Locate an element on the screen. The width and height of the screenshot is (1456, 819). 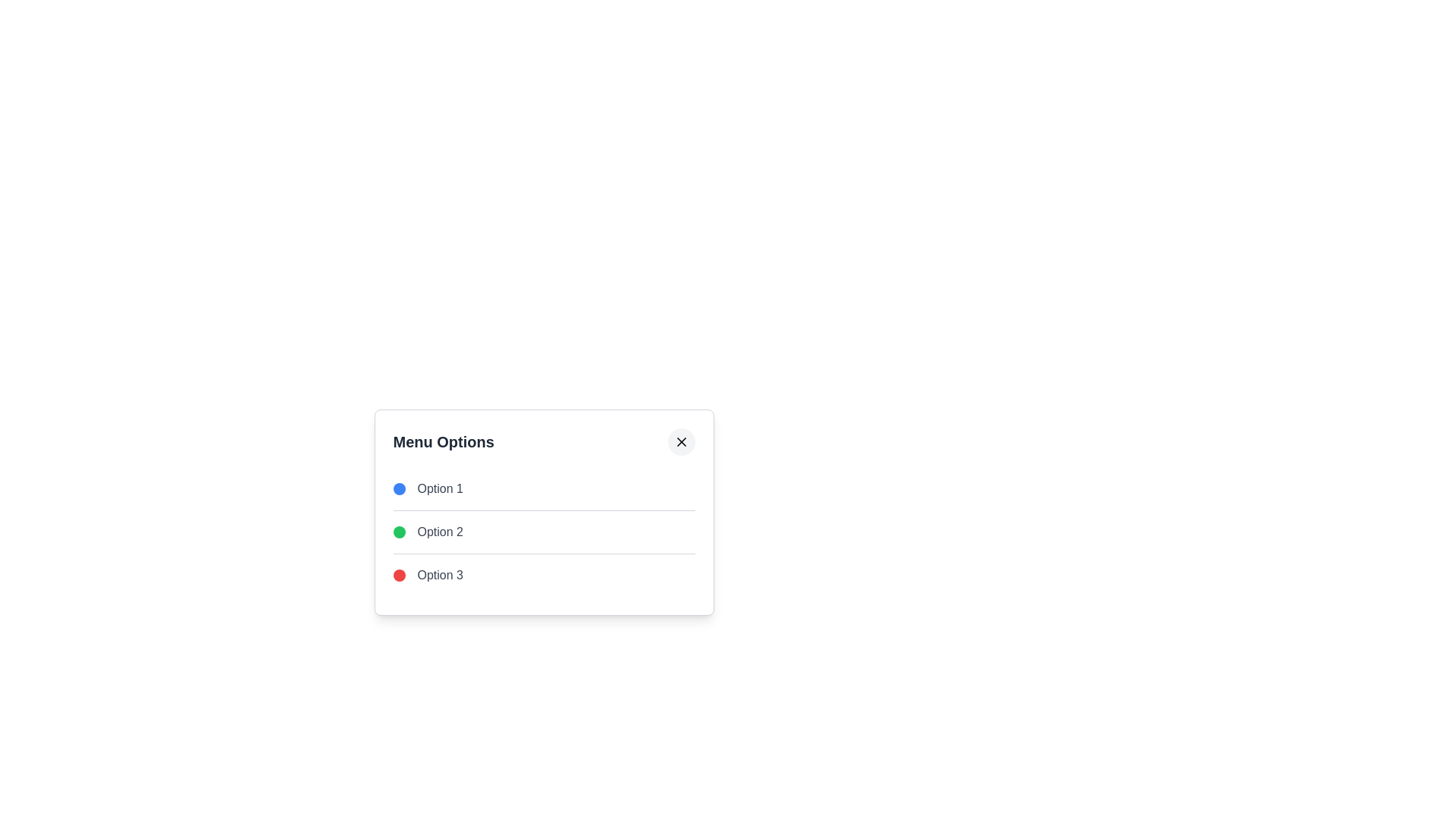
the second diagonal line of the 'X' icon in the top-right corner of the 'Menu Options' dialog box is located at coordinates (680, 441).